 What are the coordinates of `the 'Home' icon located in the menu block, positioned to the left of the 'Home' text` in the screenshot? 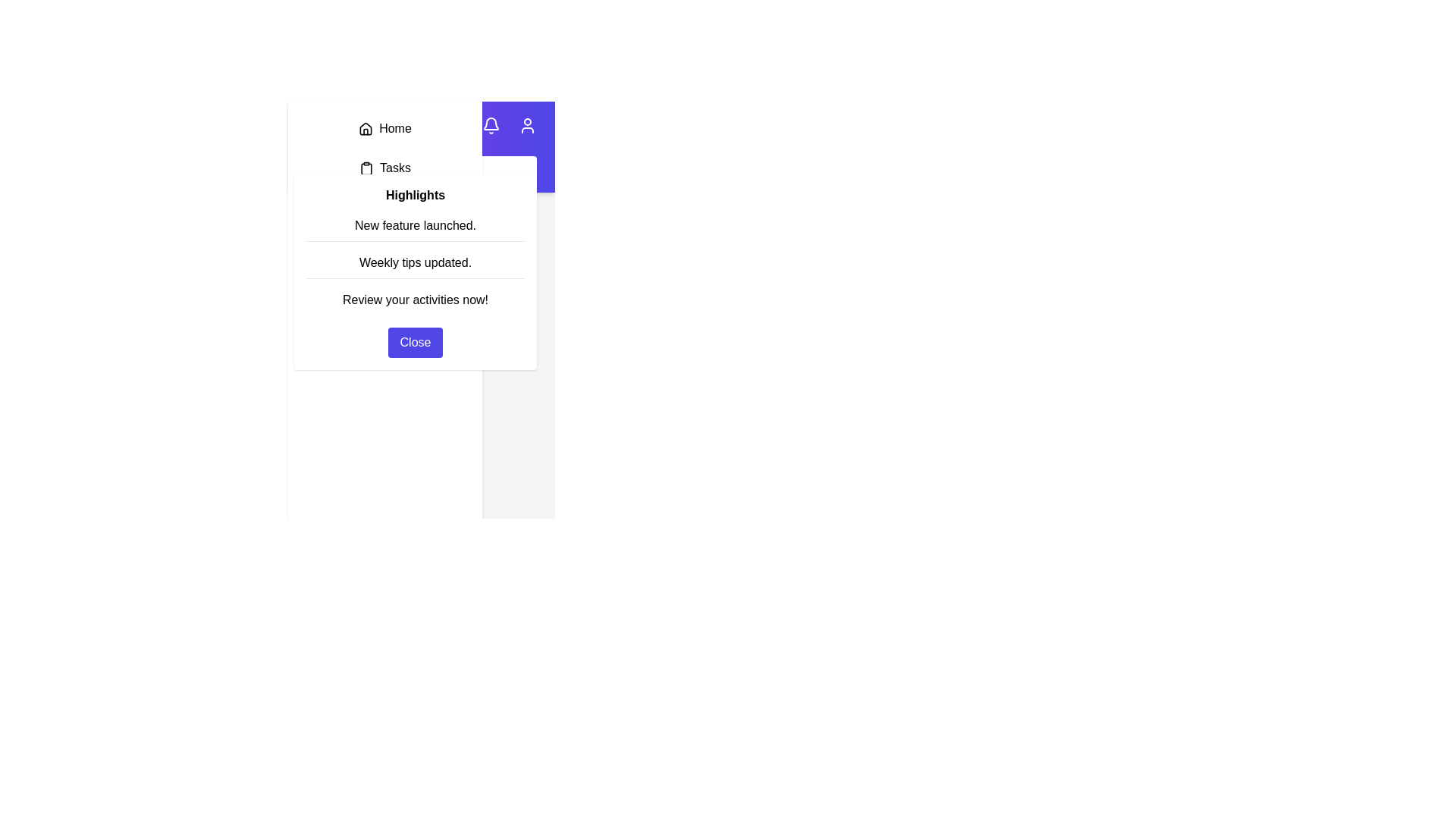 It's located at (366, 128).